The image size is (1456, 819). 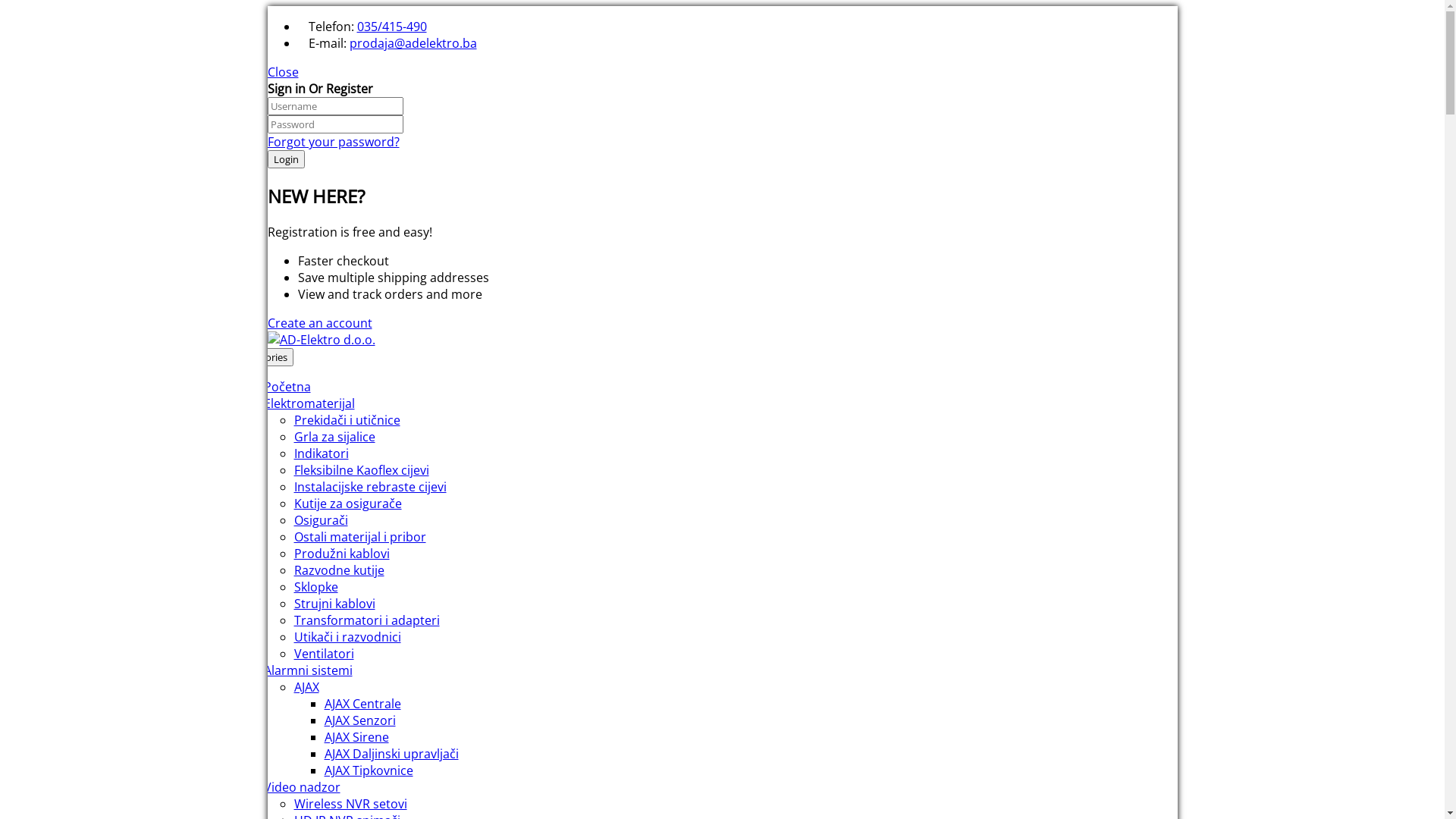 I want to click on '035/415-490', so click(x=391, y=26).